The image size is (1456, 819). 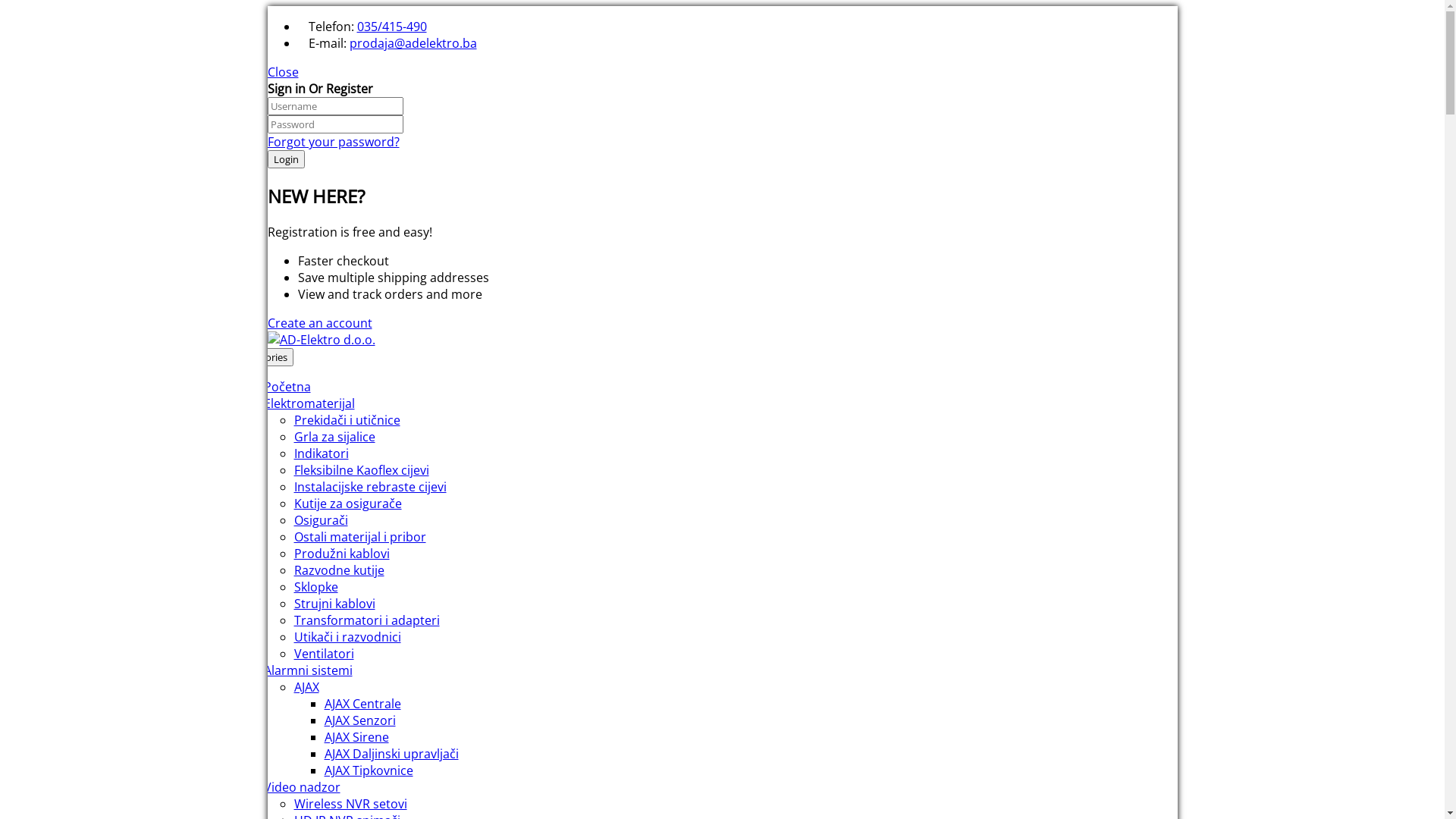 I want to click on '035/415-490', so click(x=391, y=26).